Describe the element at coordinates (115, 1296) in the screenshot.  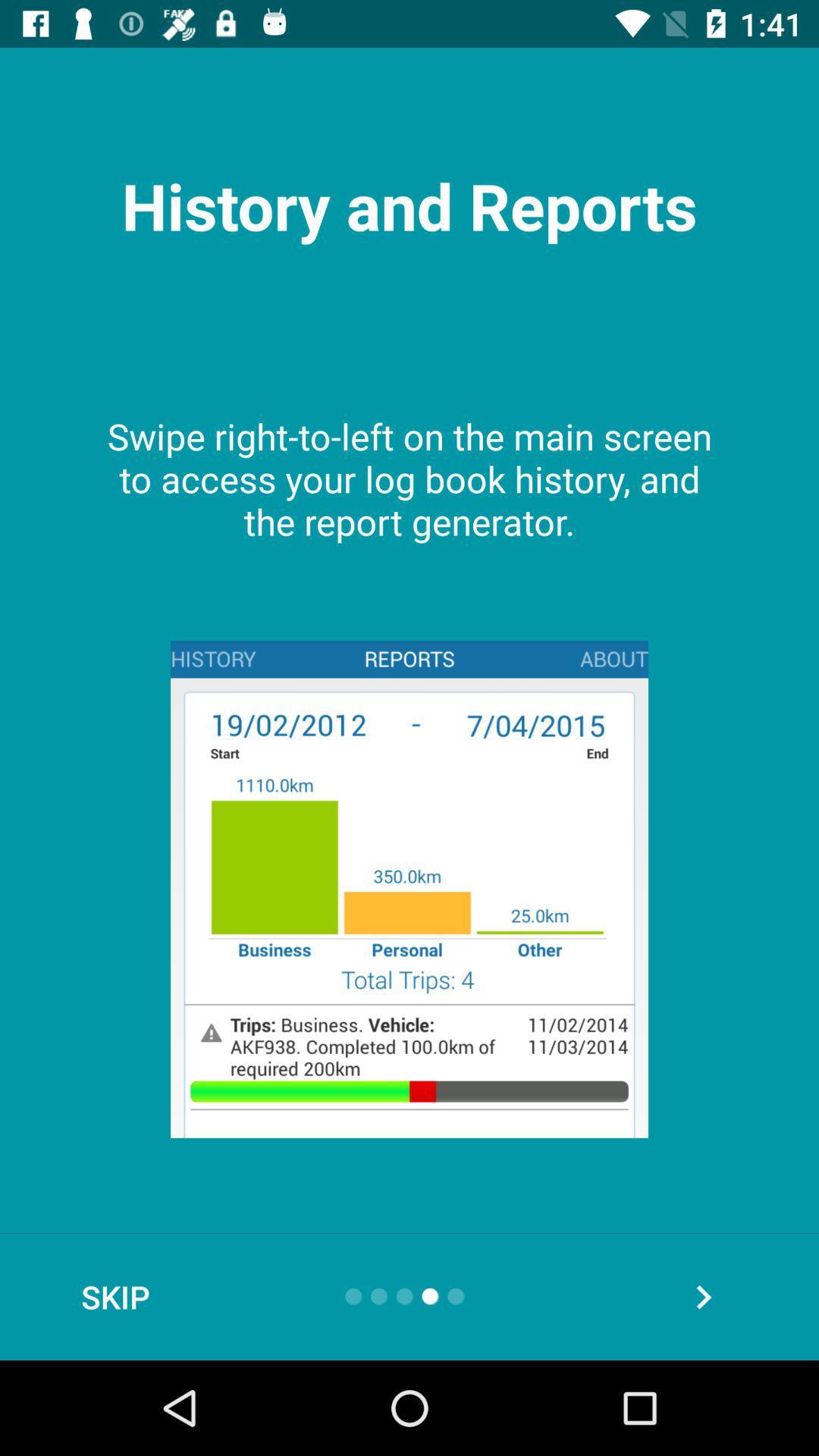
I see `skip icon` at that location.